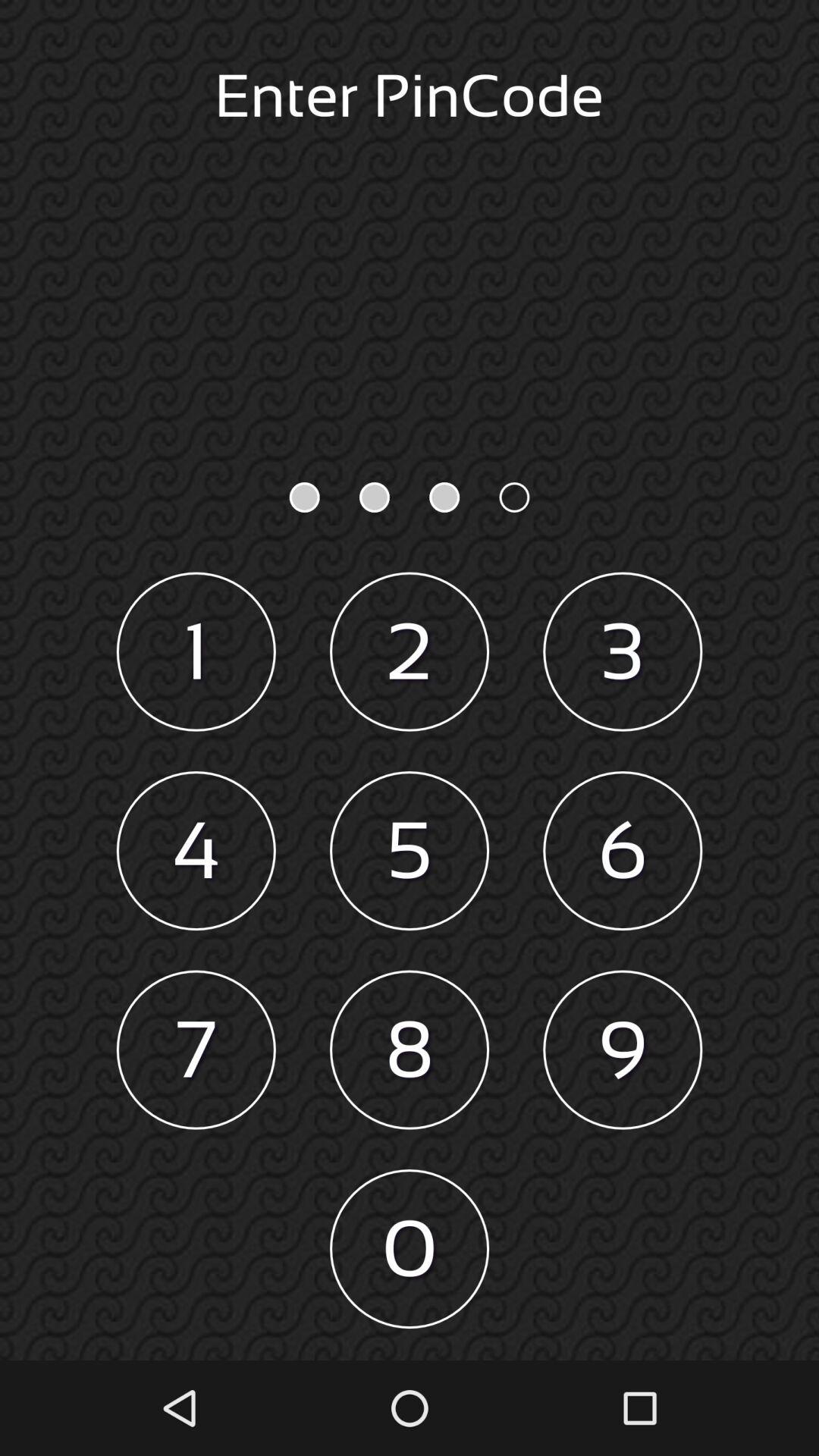 The image size is (819, 1456). Describe the element at coordinates (409, 851) in the screenshot. I see `the item above the 8 icon` at that location.